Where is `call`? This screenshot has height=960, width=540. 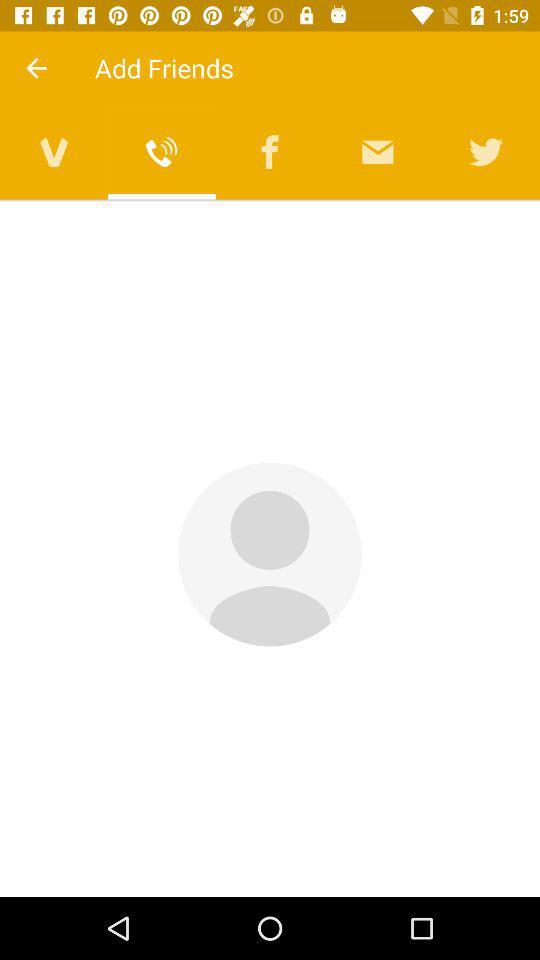 call is located at coordinates (161, 151).